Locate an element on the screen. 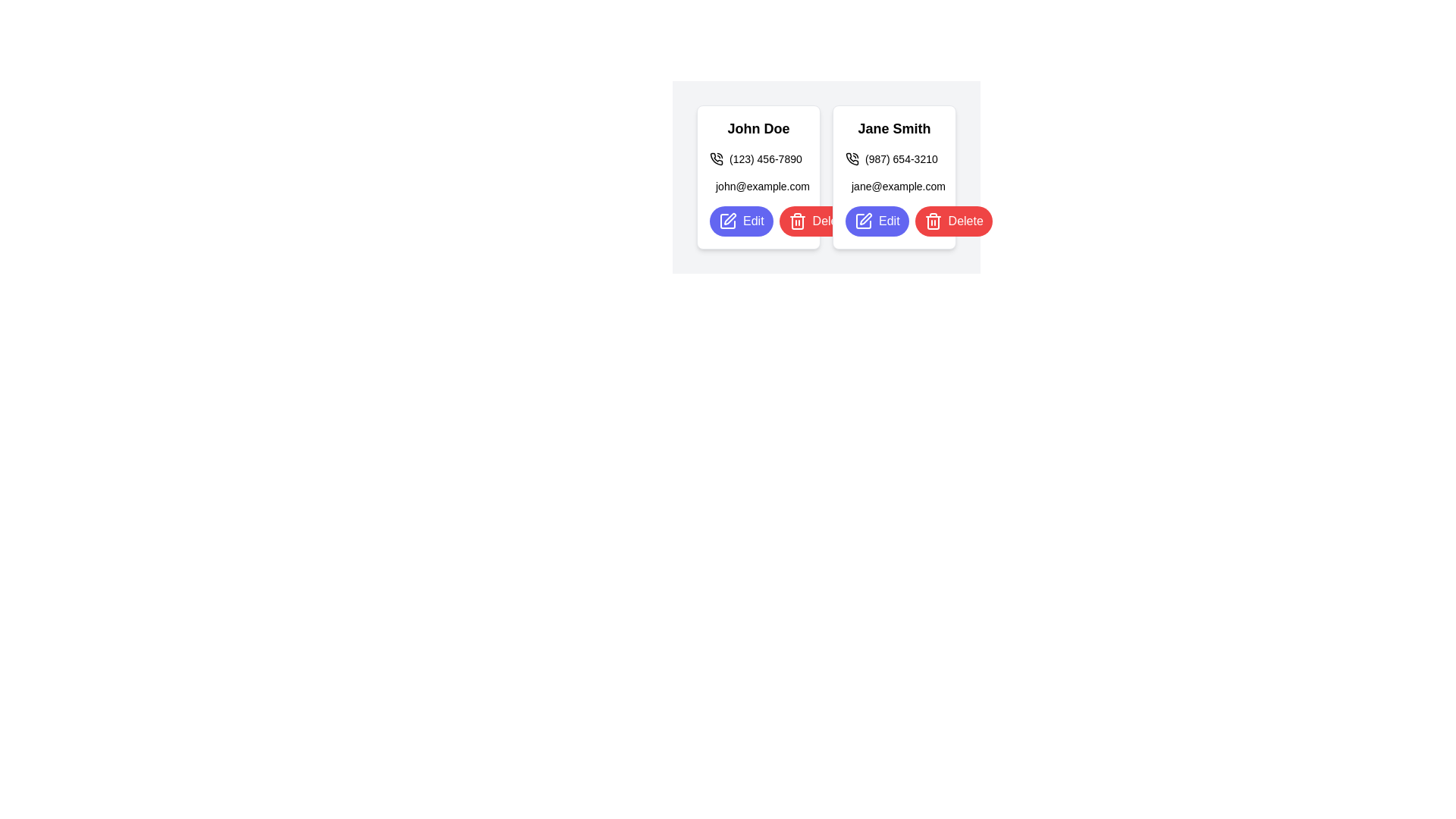  the icon within the 'Edit' button, which is styled with a blue background and is located under the card displaying user information for 'John Doe' is located at coordinates (728, 221).